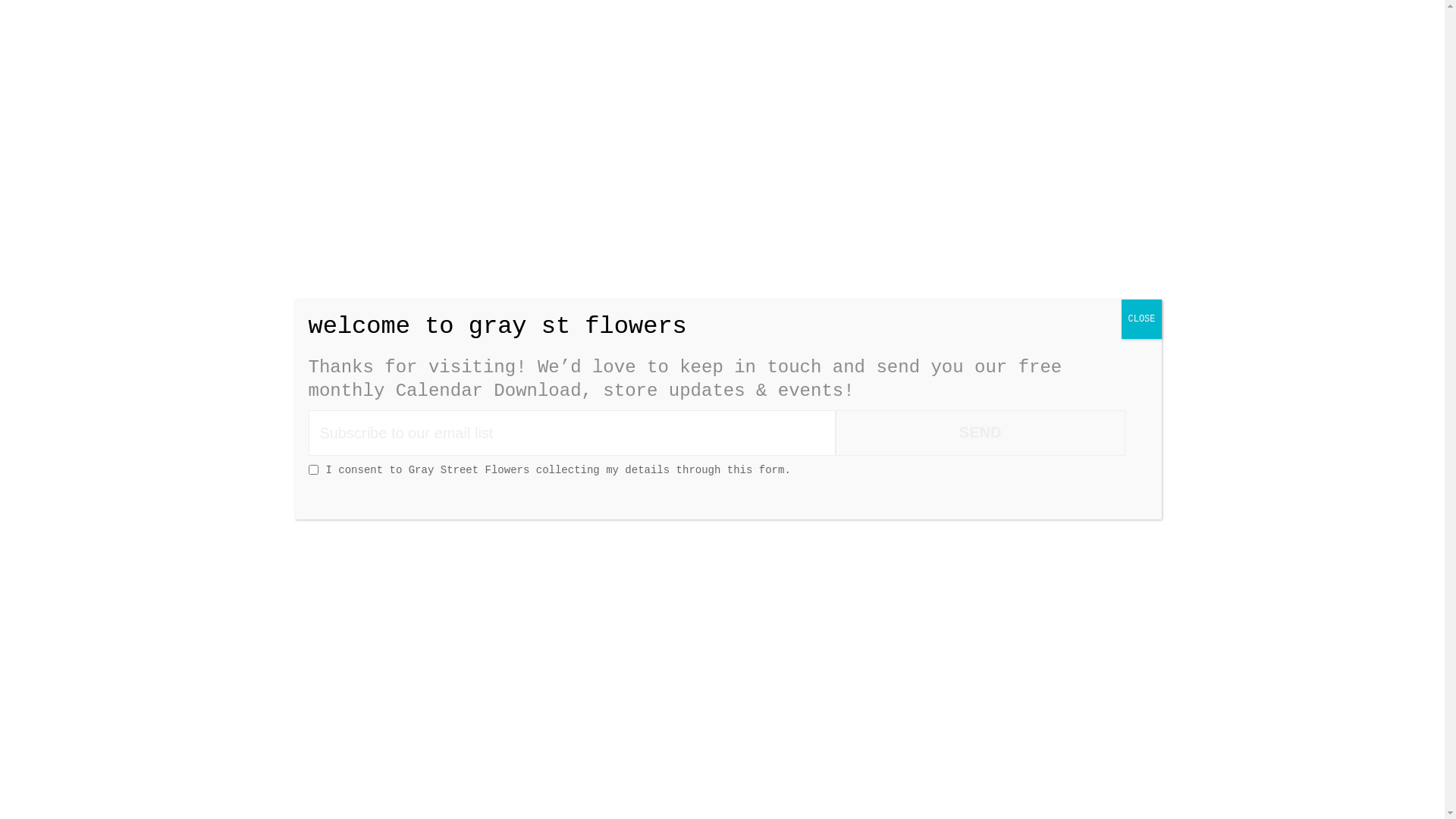 Image resolution: width=1456 pixels, height=819 pixels. What do you see at coordinates (1121, 318) in the screenshot?
I see `'CLOSE'` at bounding box center [1121, 318].